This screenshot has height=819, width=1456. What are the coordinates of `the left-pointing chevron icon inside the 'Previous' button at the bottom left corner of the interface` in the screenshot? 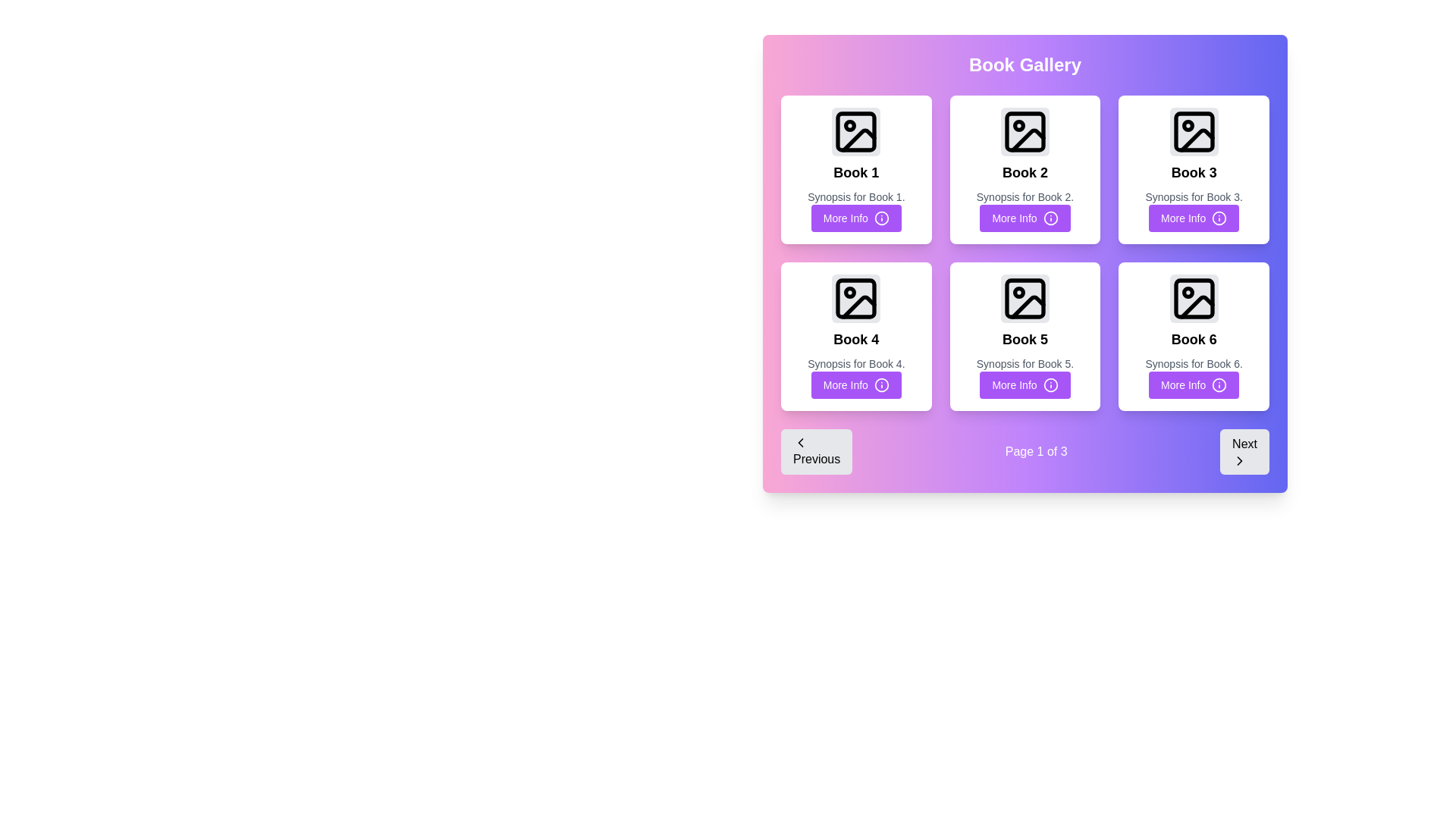 It's located at (800, 442).